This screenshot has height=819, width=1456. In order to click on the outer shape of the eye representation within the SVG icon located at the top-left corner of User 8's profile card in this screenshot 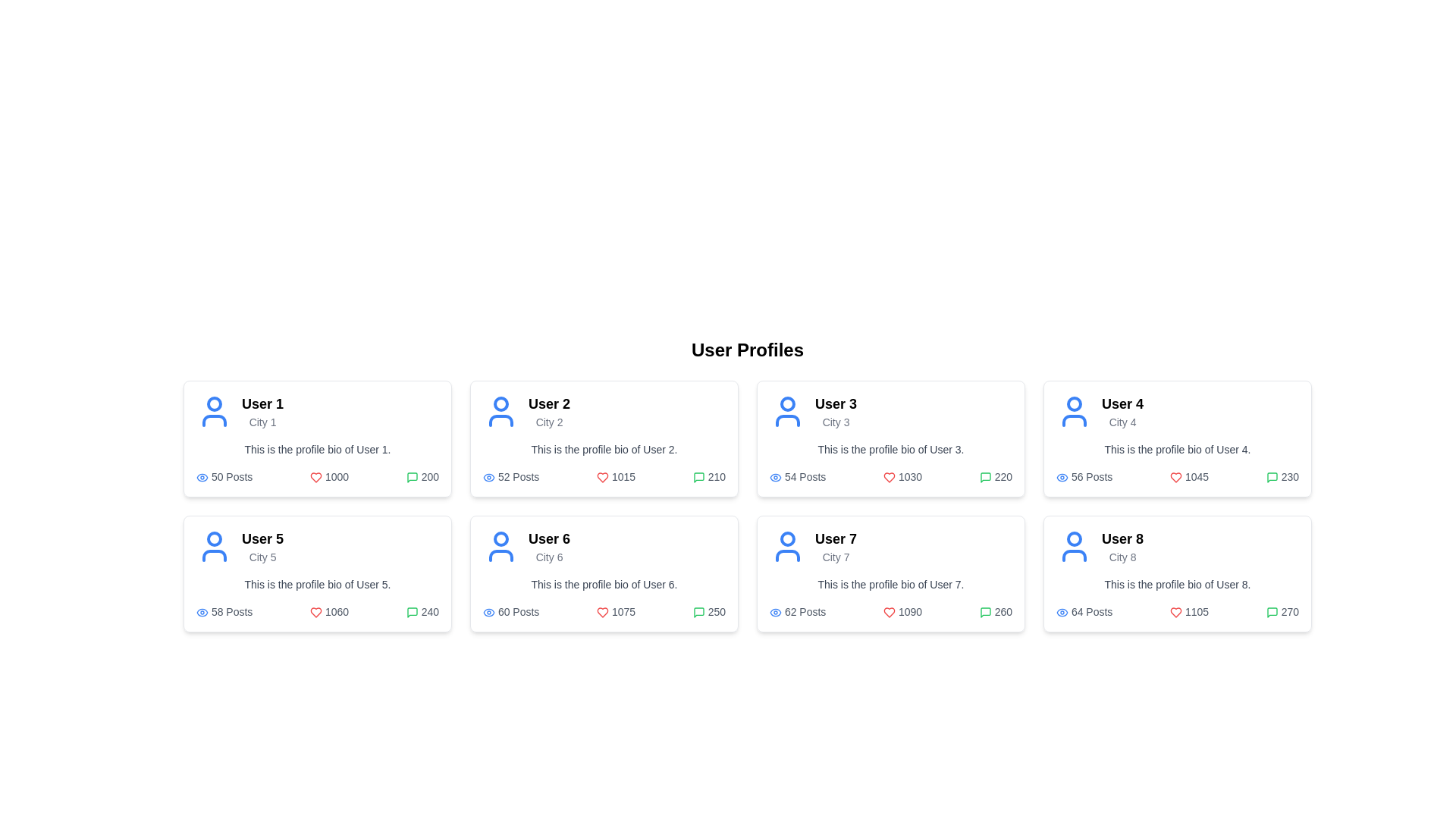, I will do `click(1062, 611)`.